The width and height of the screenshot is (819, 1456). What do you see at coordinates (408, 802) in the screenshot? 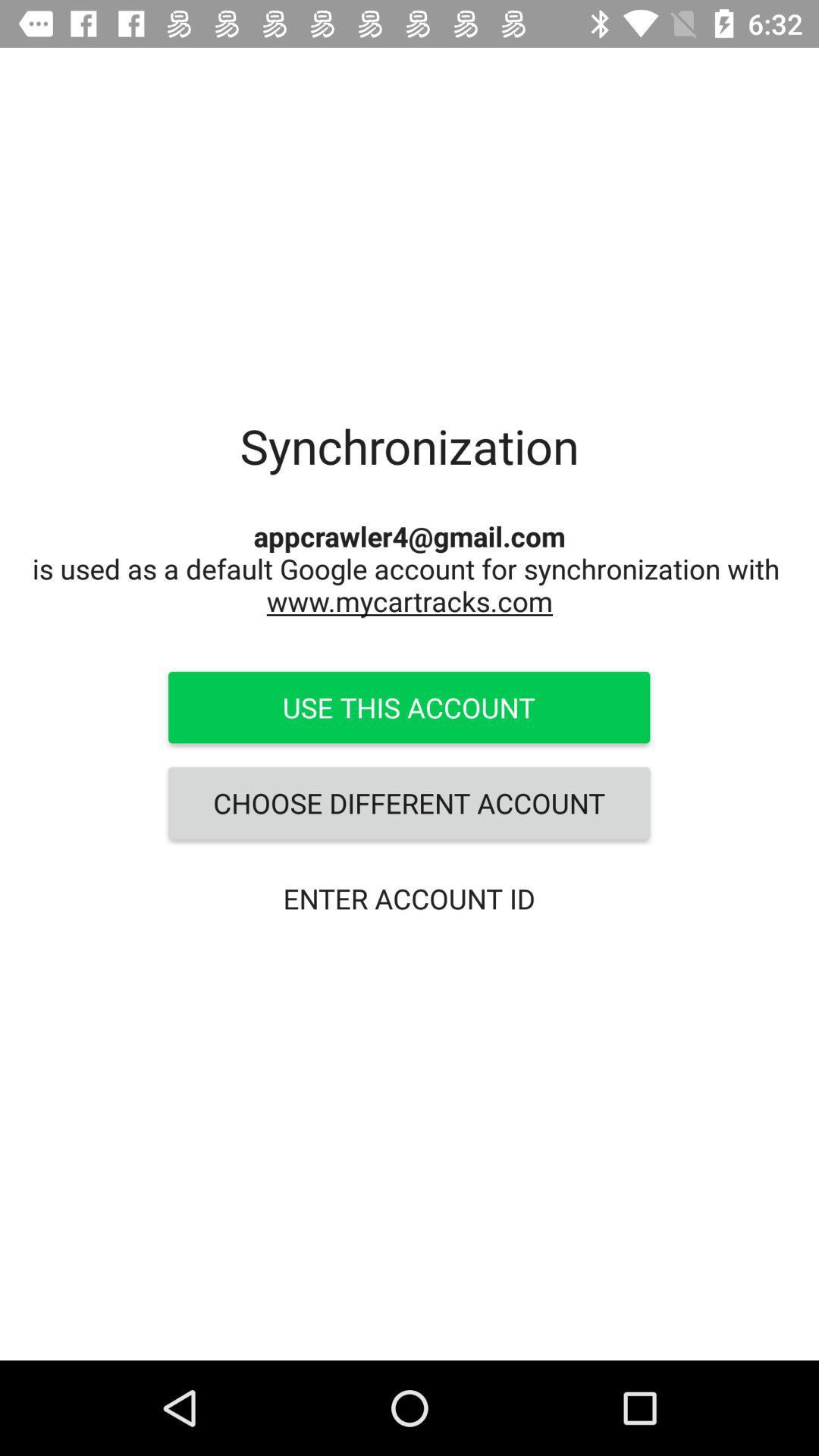
I see `the choose different account item` at bounding box center [408, 802].